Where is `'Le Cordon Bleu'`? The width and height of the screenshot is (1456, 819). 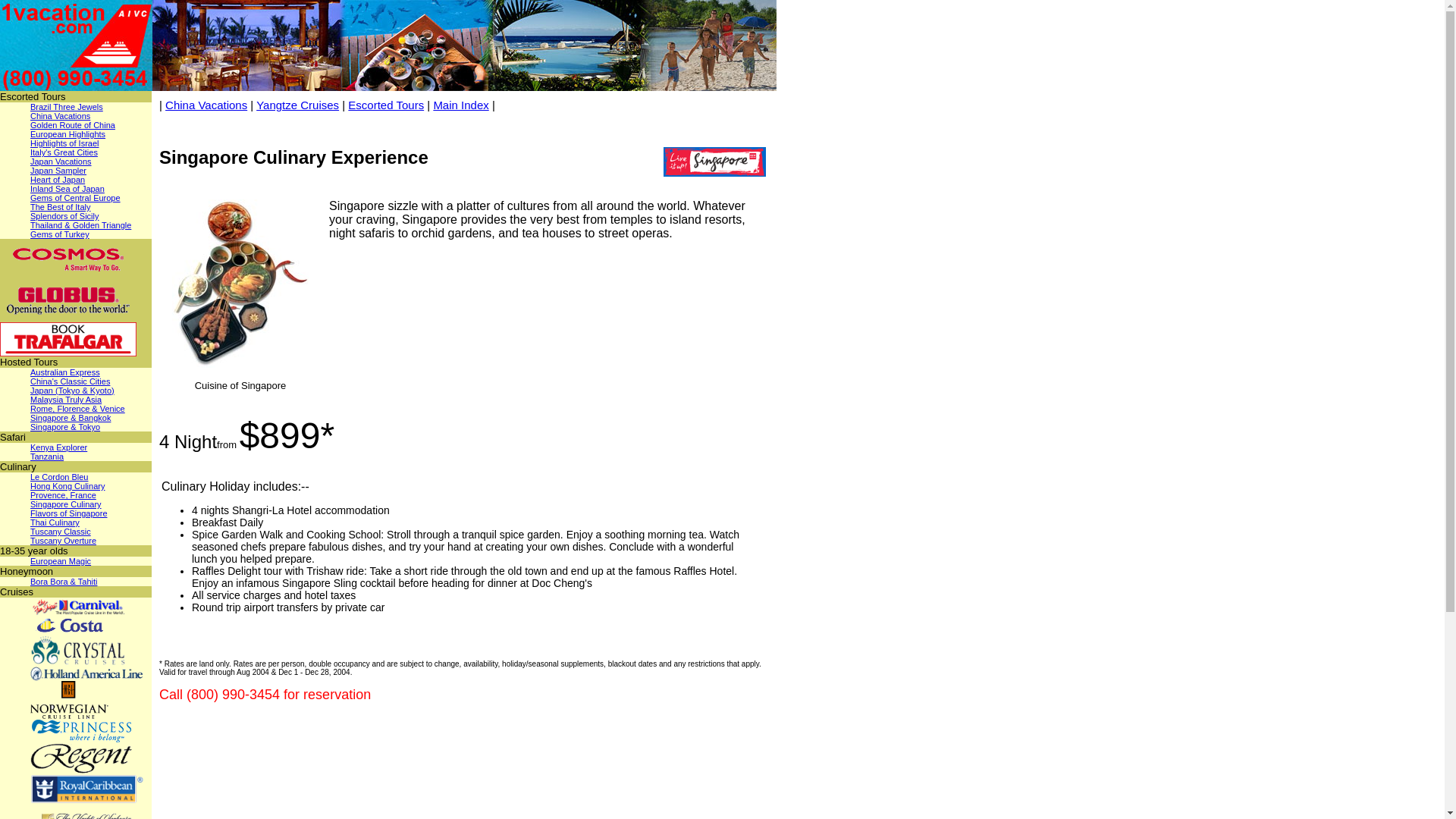
'Le Cordon Bleu' is located at coordinates (58, 475).